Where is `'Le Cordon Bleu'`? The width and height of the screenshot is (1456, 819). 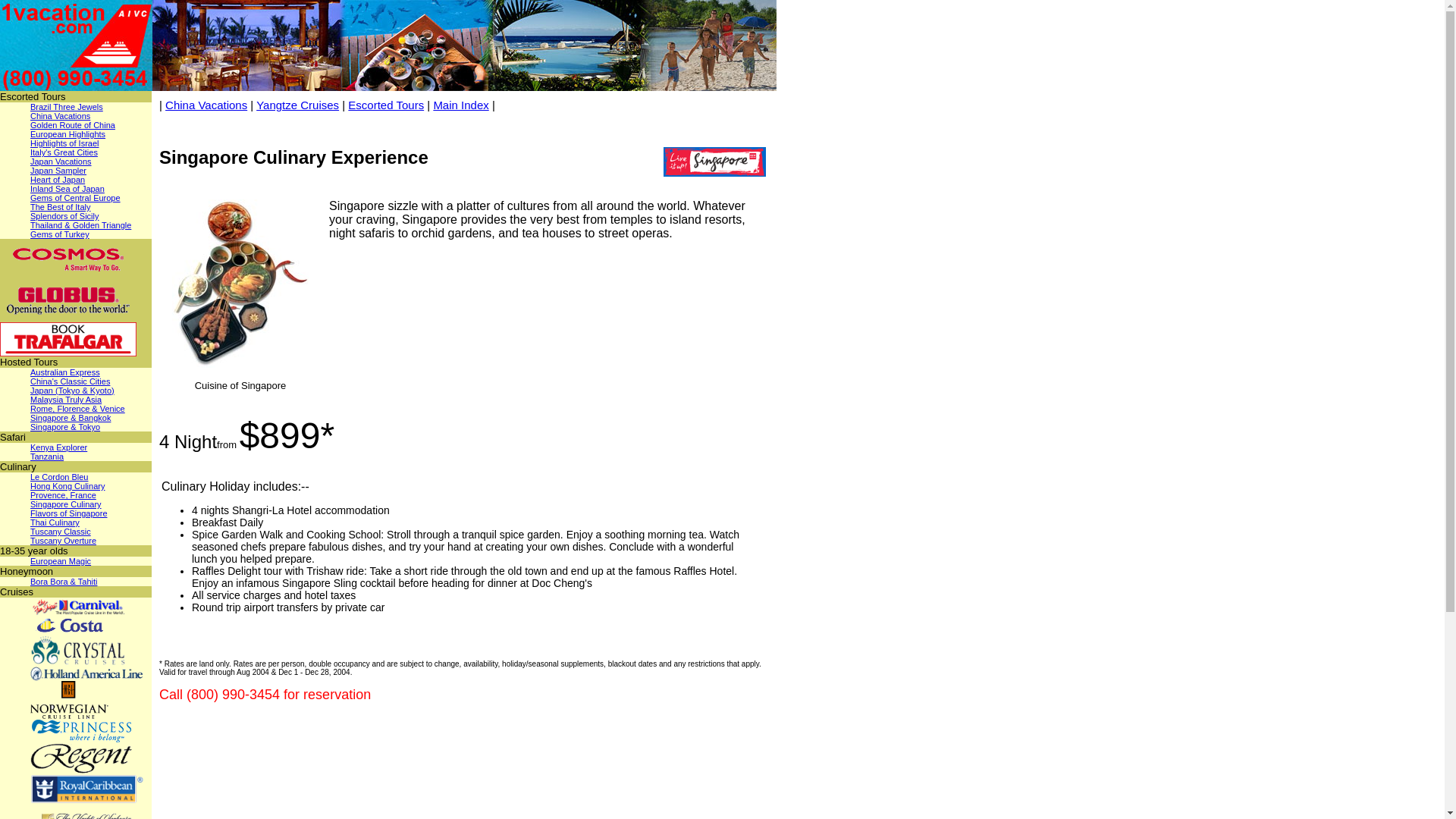
'Le Cordon Bleu' is located at coordinates (58, 475).